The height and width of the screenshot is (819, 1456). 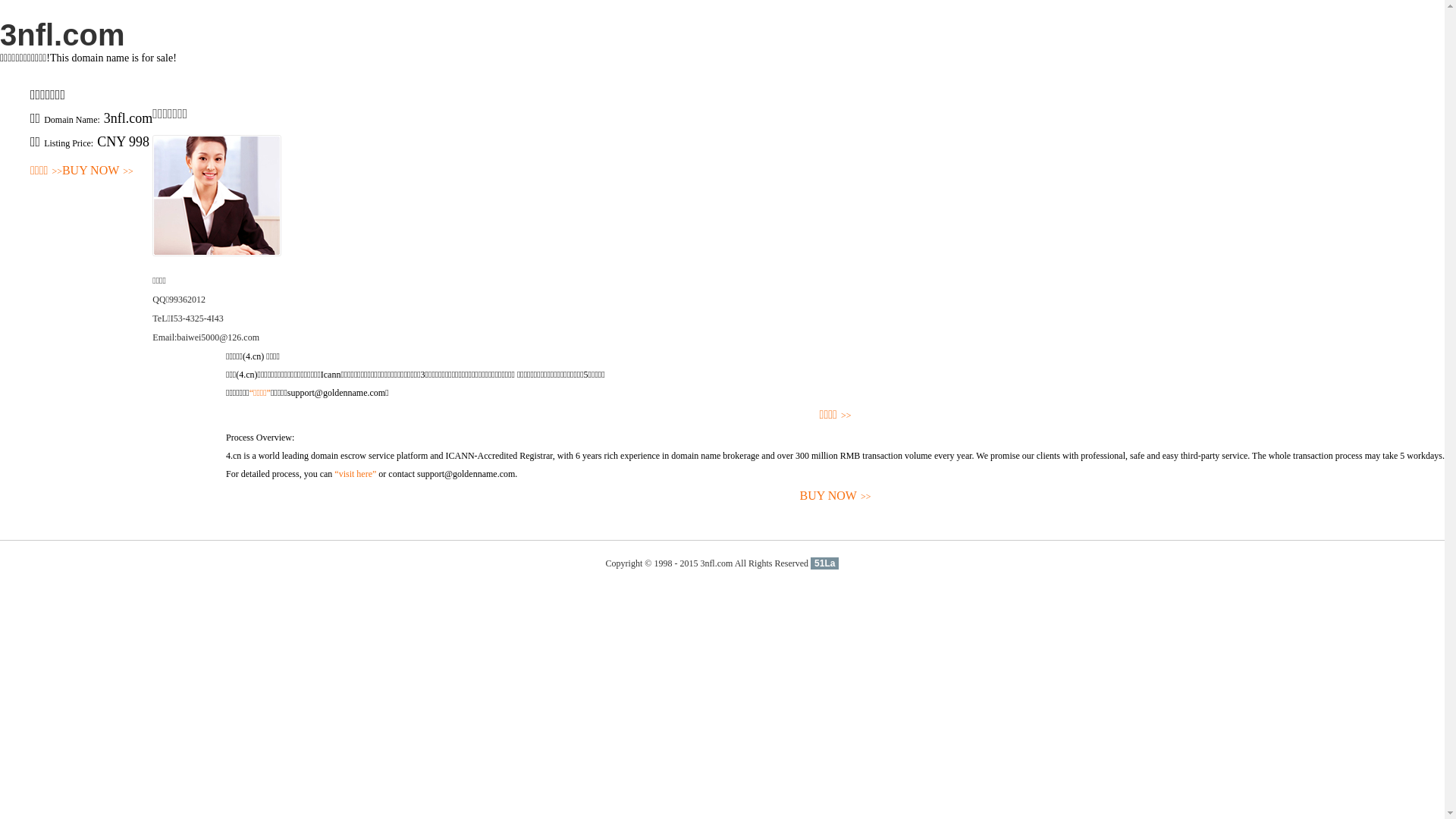 I want to click on 'BUY NOW>>', so click(x=834, y=496).